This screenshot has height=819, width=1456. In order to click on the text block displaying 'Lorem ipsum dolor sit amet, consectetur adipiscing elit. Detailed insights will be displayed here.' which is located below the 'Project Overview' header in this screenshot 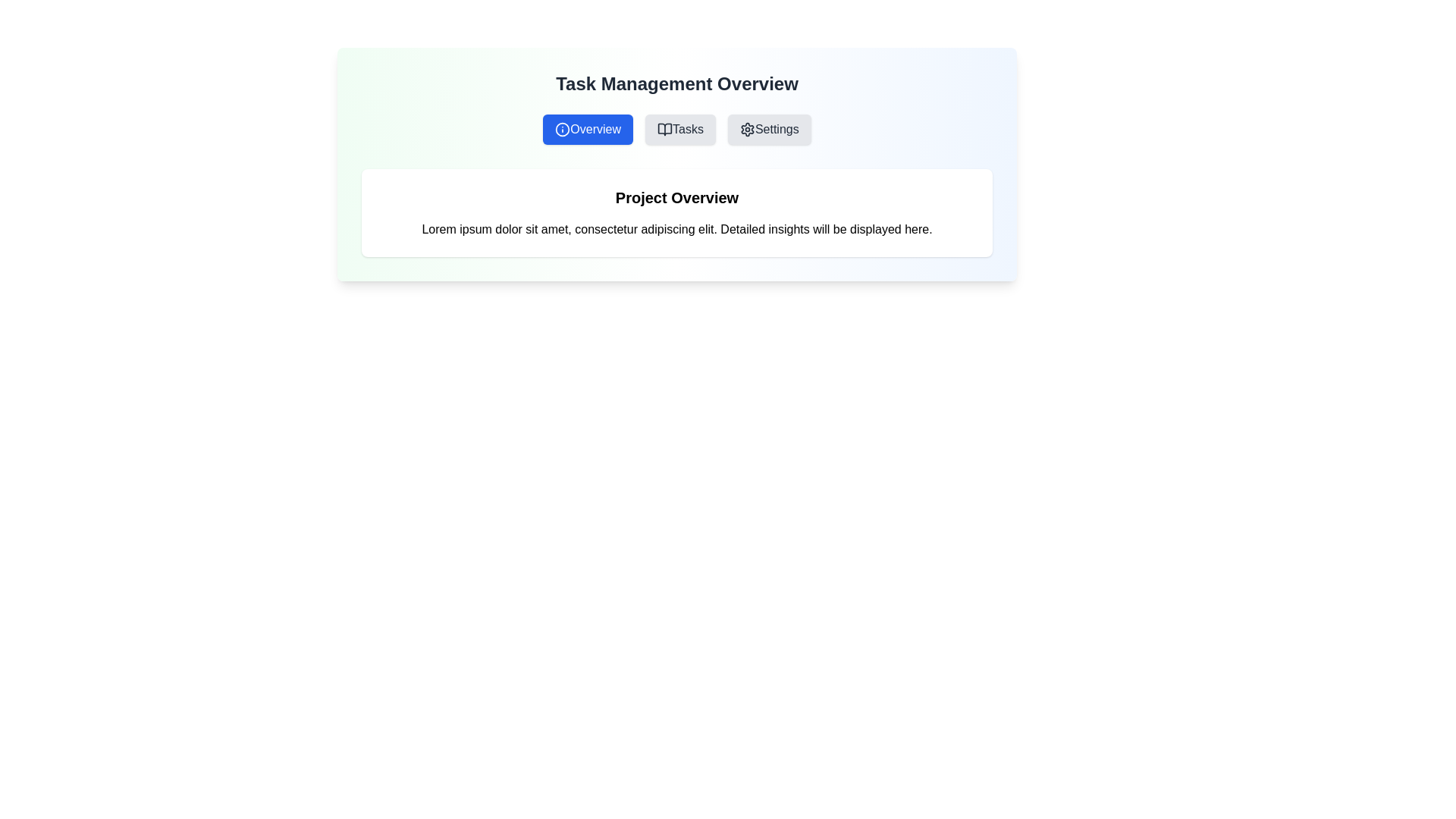, I will do `click(676, 230)`.